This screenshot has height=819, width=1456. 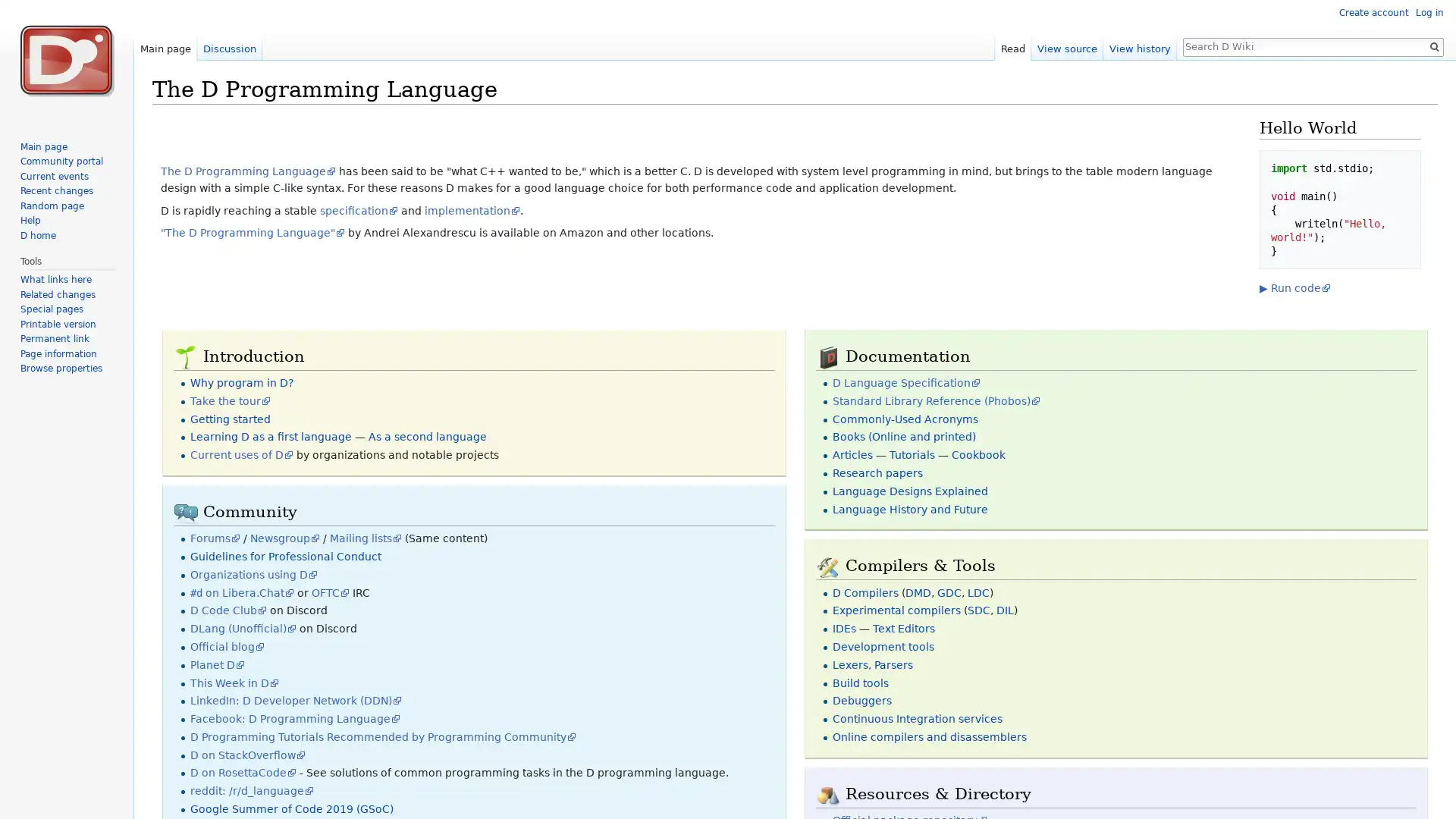 What do you see at coordinates (1433, 45) in the screenshot?
I see `Go` at bounding box center [1433, 45].